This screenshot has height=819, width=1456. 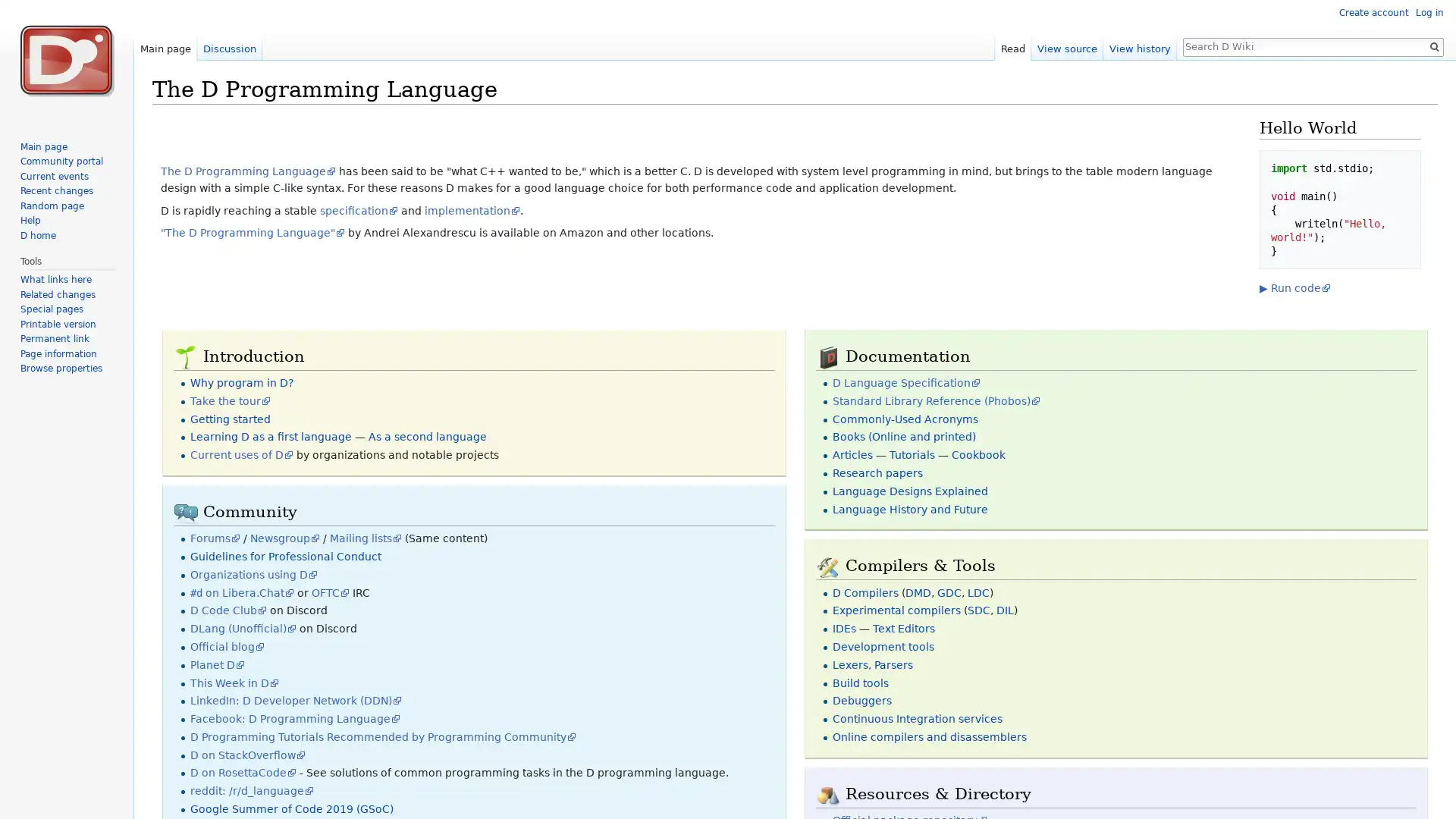 What do you see at coordinates (1433, 45) in the screenshot?
I see `Go` at bounding box center [1433, 45].